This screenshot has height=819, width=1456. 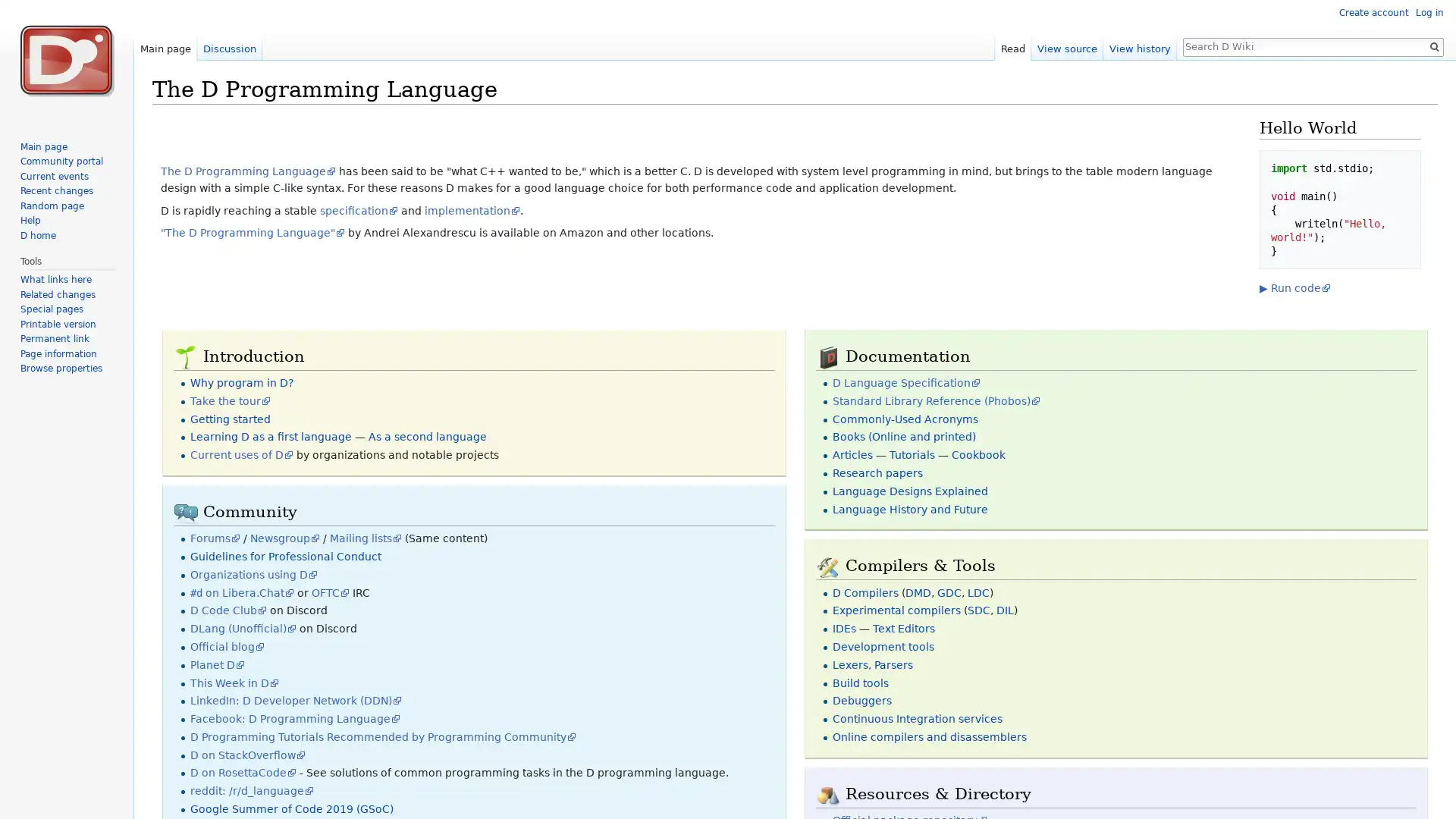 What do you see at coordinates (1433, 45) in the screenshot?
I see `Go` at bounding box center [1433, 45].